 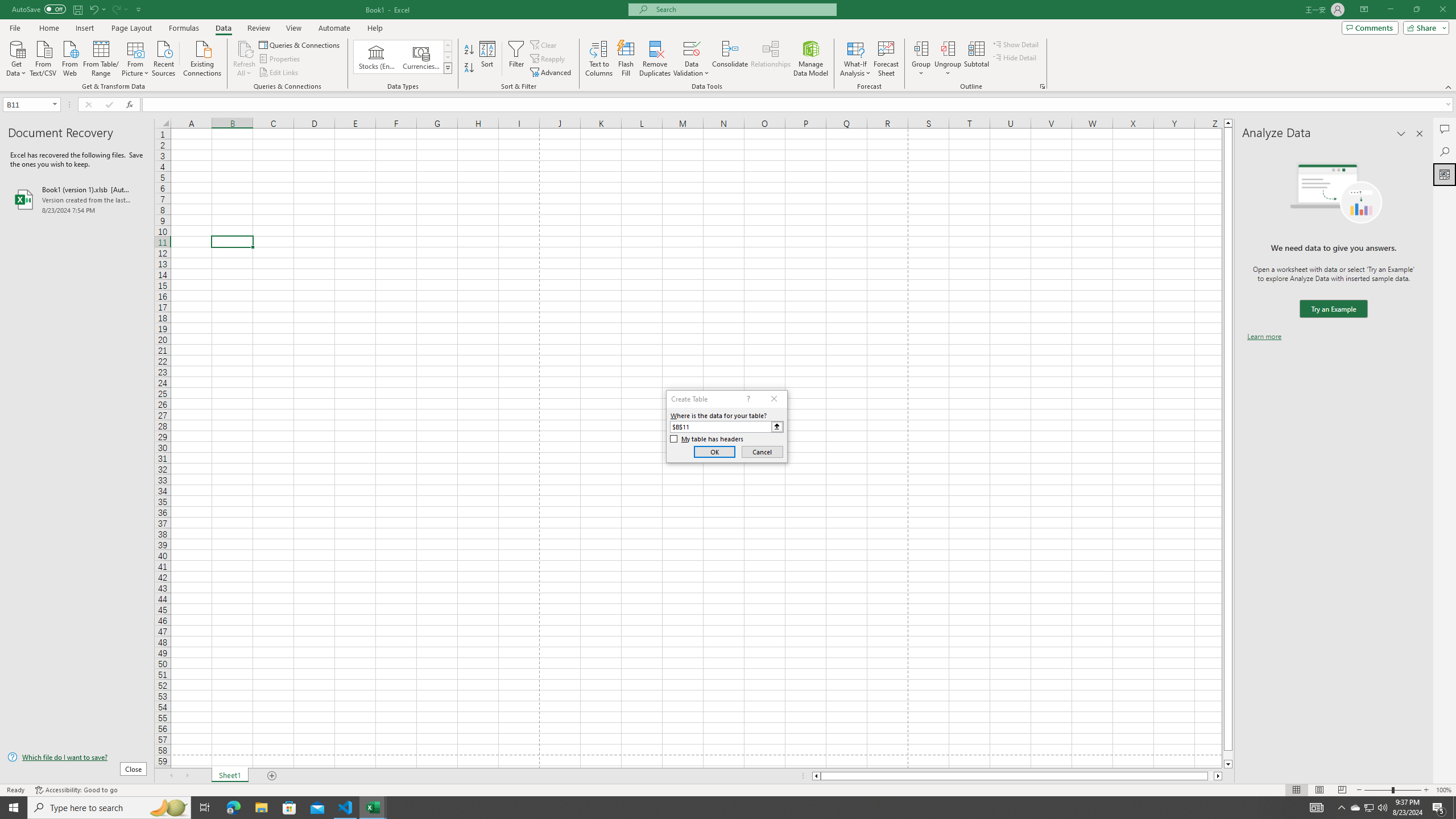 I want to click on 'Refresh All', so click(x=244, y=48).